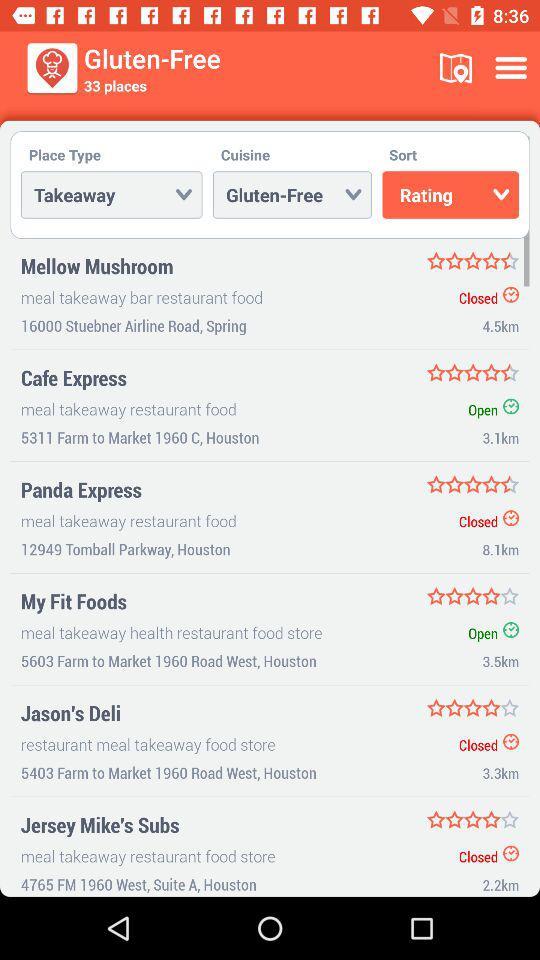 The width and height of the screenshot is (540, 960). Describe the element at coordinates (455, 68) in the screenshot. I see `the item next to the gluten-free icon` at that location.